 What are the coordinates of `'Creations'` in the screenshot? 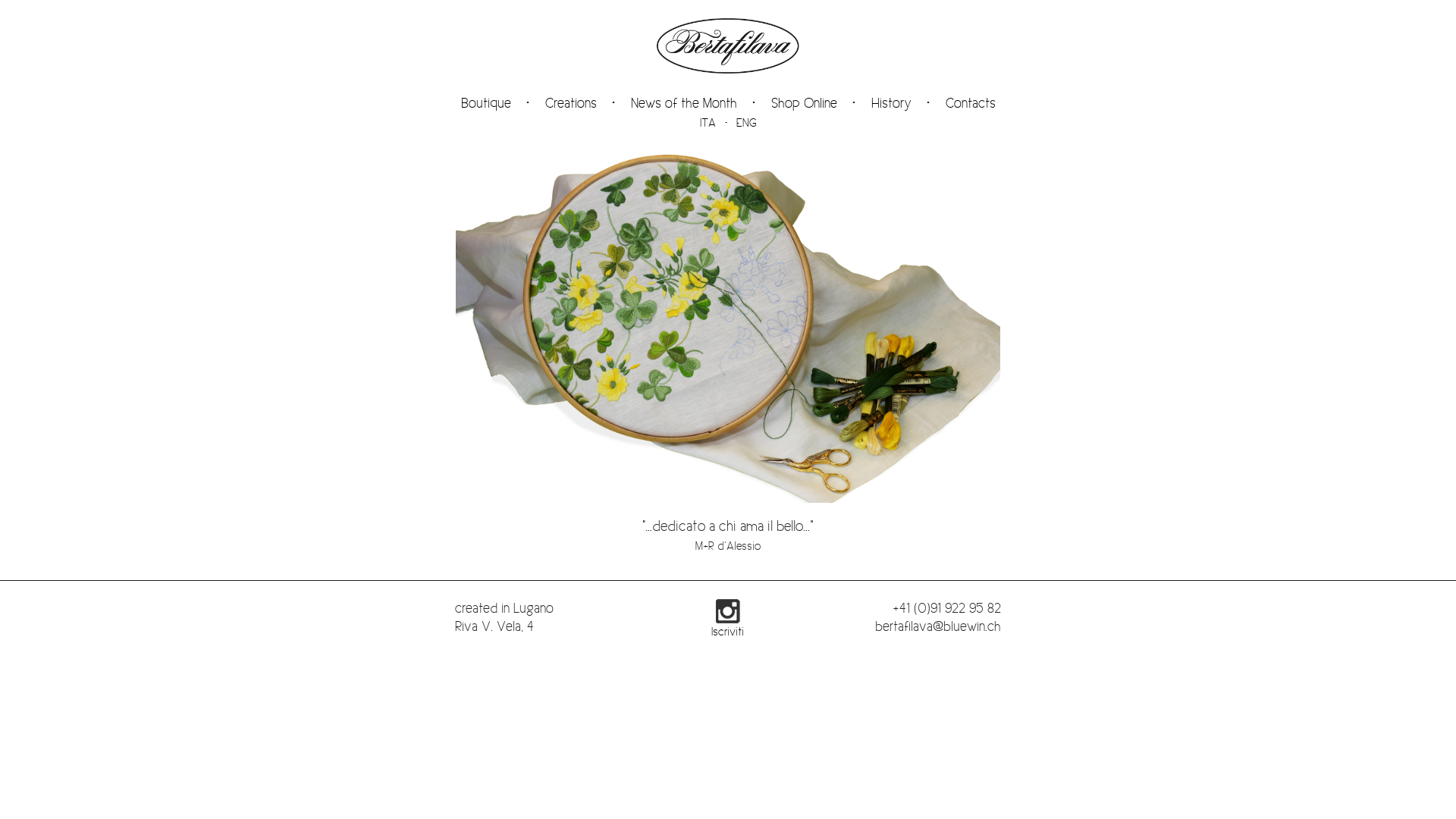 It's located at (544, 102).